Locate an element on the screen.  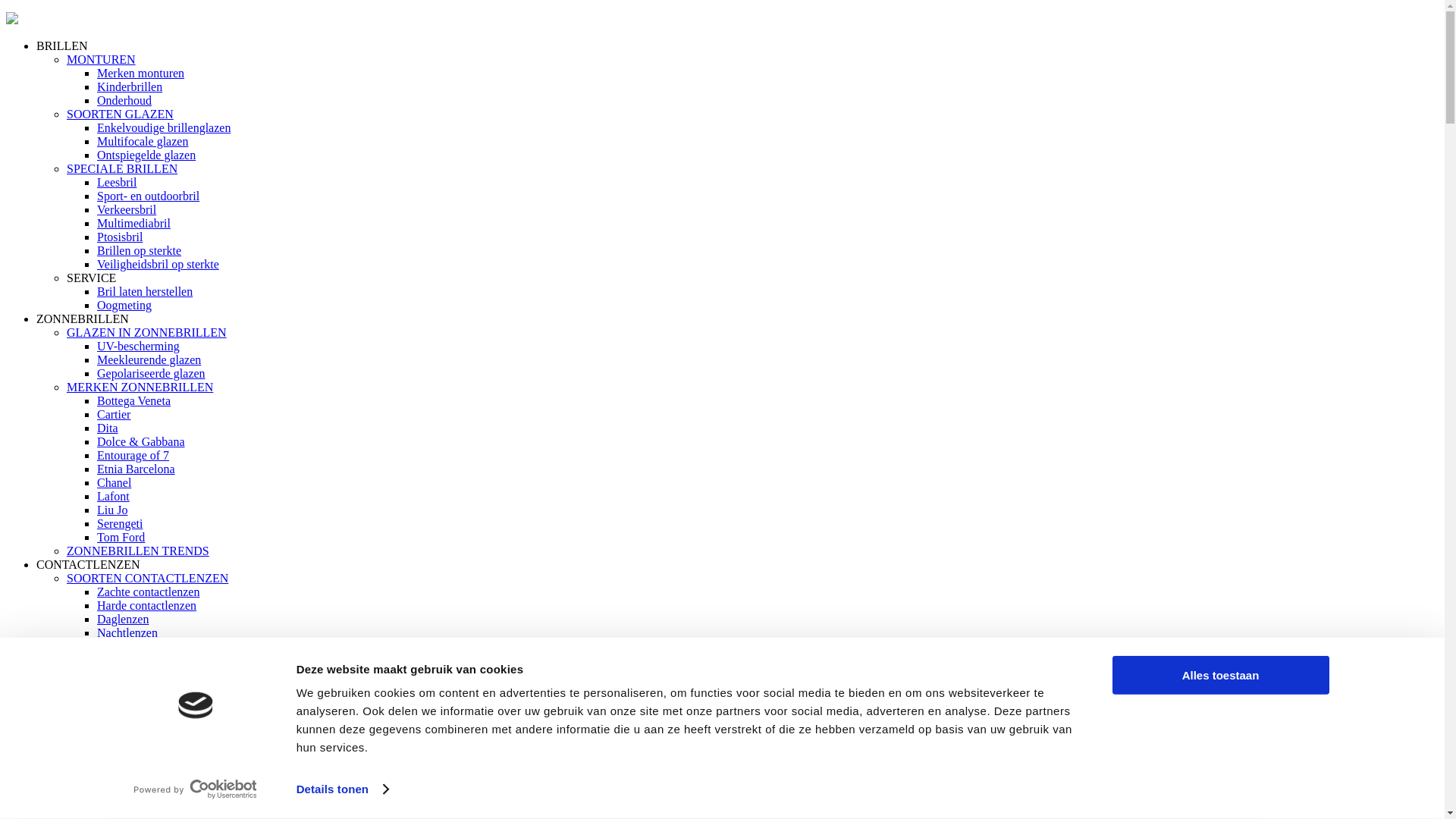
'Oogmeting' is located at coordinates (124, 809).